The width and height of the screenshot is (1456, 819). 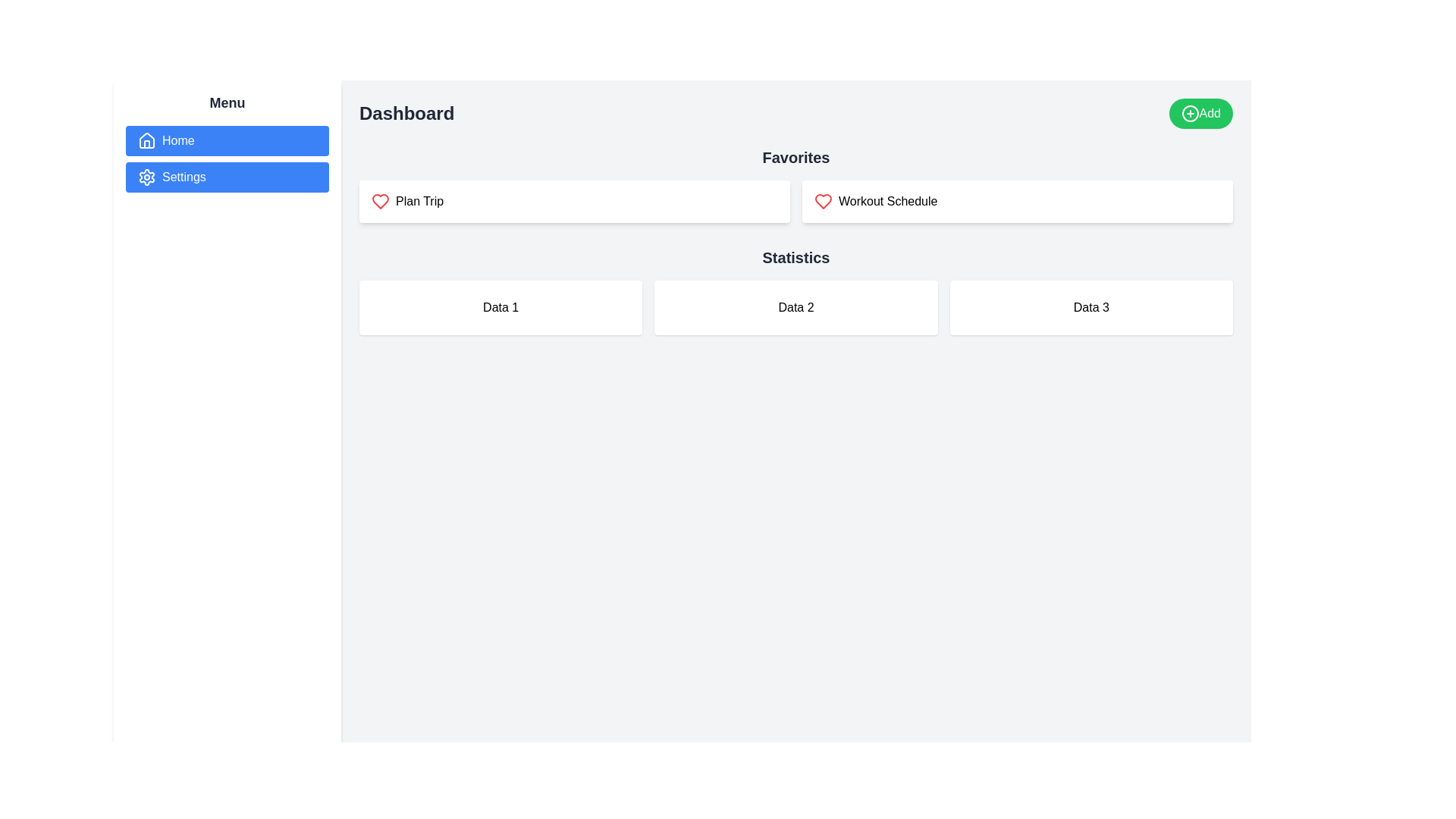 What do you see at coordinates (1018, 201) in the screenshot?
I see `the workout schedule card, which is the second card in the horizontal group under the 'Favorites' section, located to the right of the 'Plan Trip' card` at bounding box center [1018, 201].